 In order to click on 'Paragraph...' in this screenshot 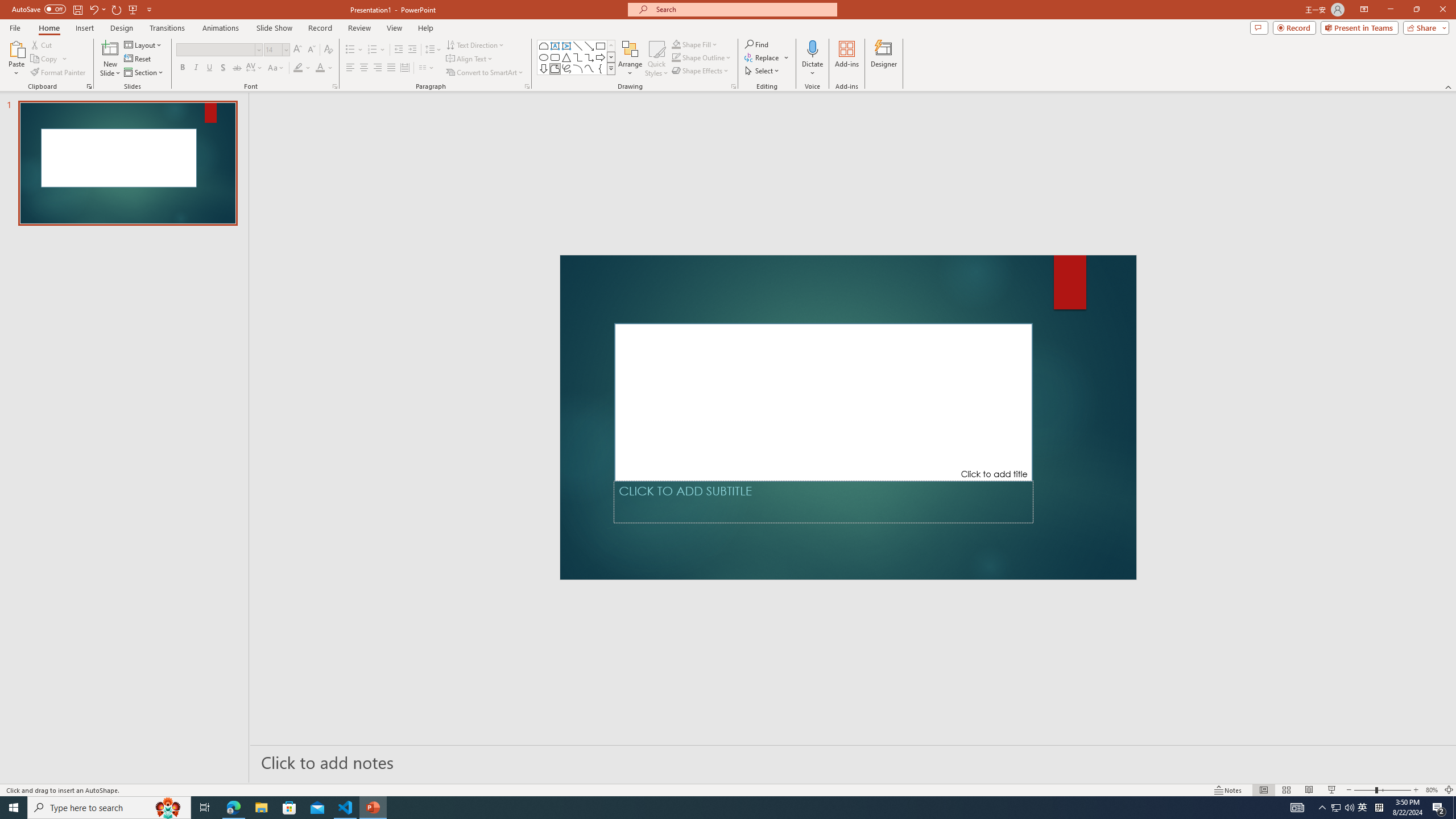, I will do `click(526, 85)`.